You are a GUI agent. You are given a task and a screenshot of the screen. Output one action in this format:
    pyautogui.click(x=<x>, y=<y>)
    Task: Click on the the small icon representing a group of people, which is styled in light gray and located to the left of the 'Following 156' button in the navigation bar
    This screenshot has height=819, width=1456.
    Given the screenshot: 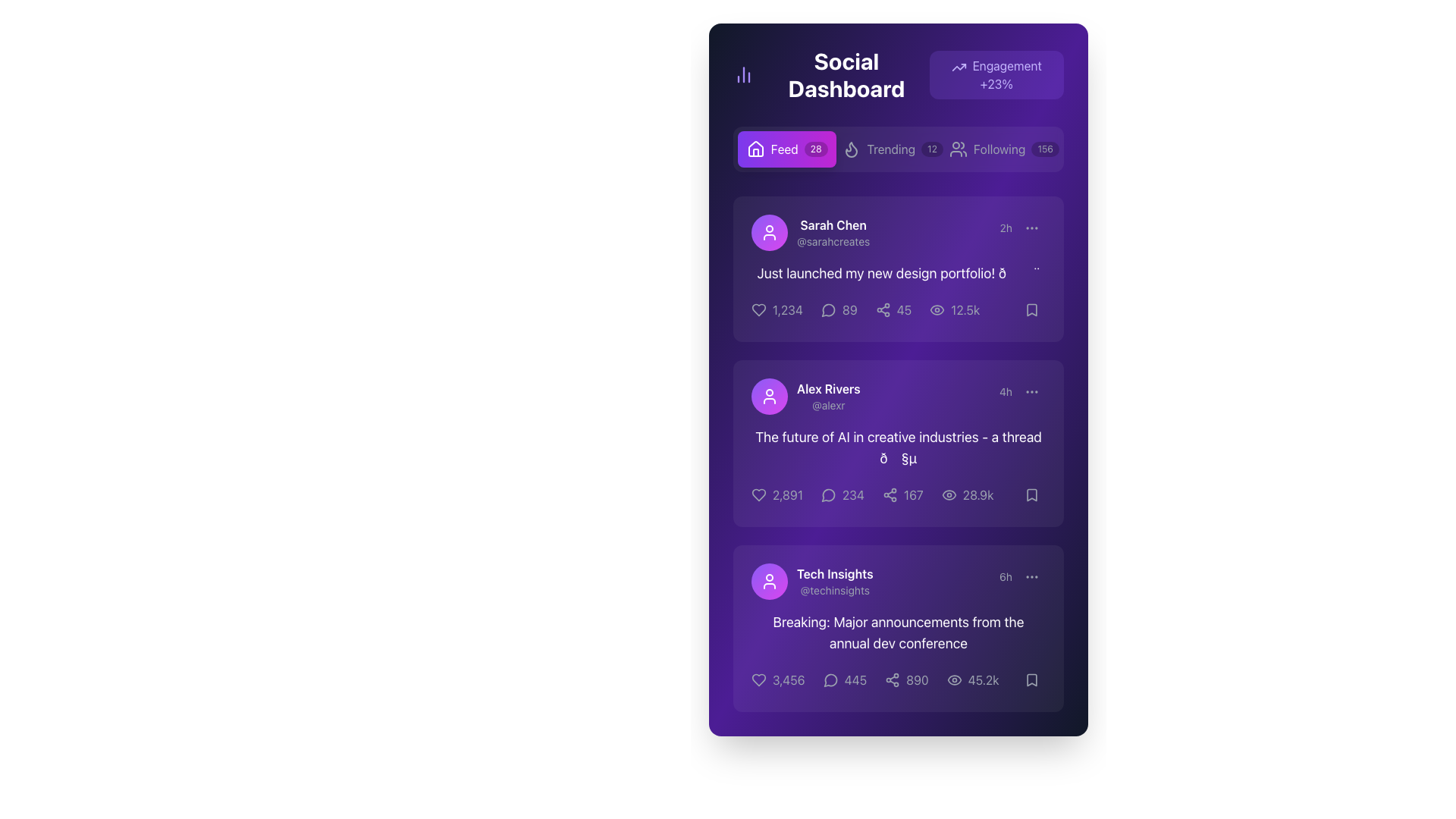 What is the action you would take?
    pyautogui.click(x=957, y=149)
    